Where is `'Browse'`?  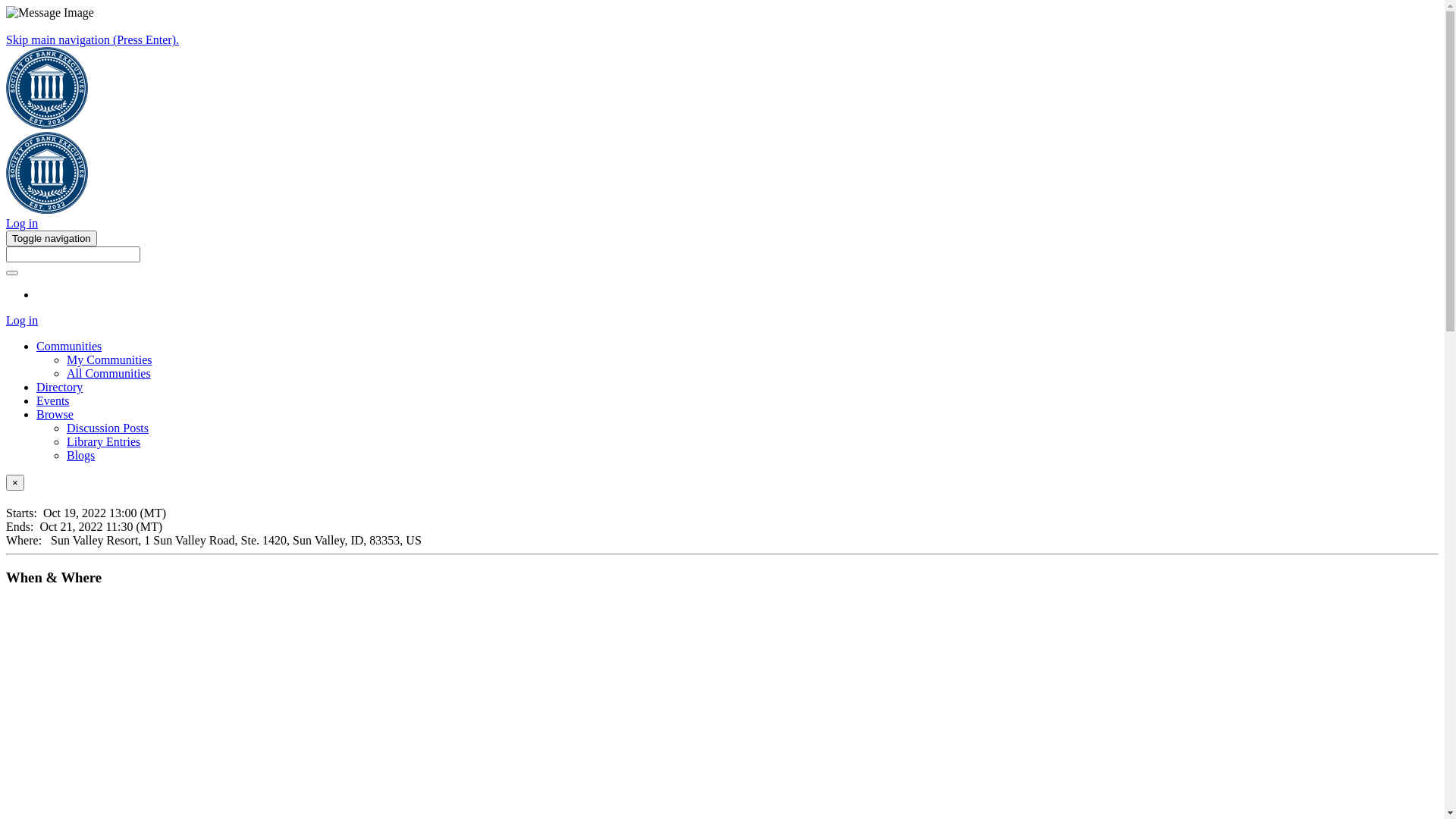
'Browse' is located at coordinates (55, 414).